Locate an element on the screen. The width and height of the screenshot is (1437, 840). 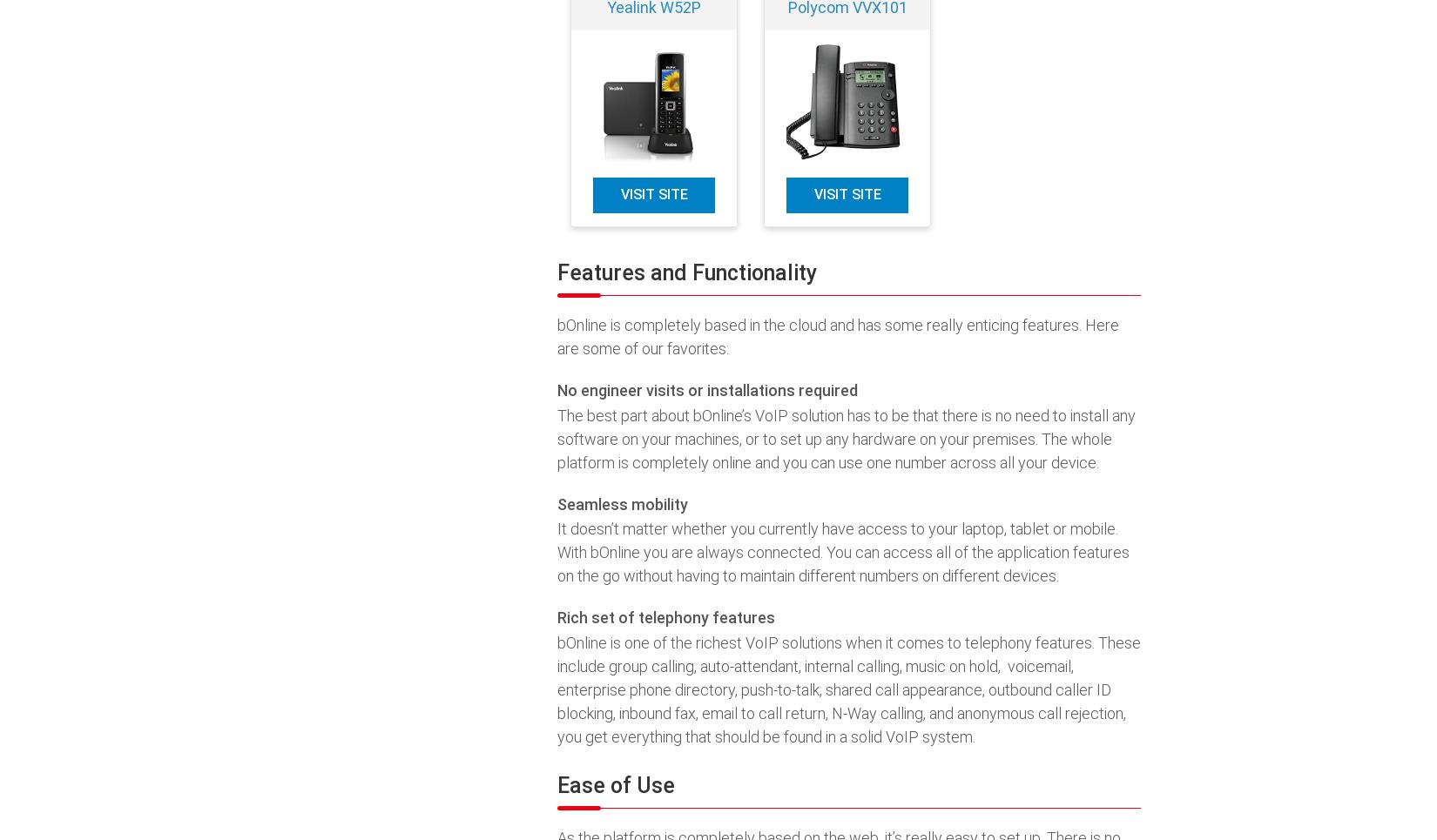
'Seamless mobility' is located at coordinates (621, 503).